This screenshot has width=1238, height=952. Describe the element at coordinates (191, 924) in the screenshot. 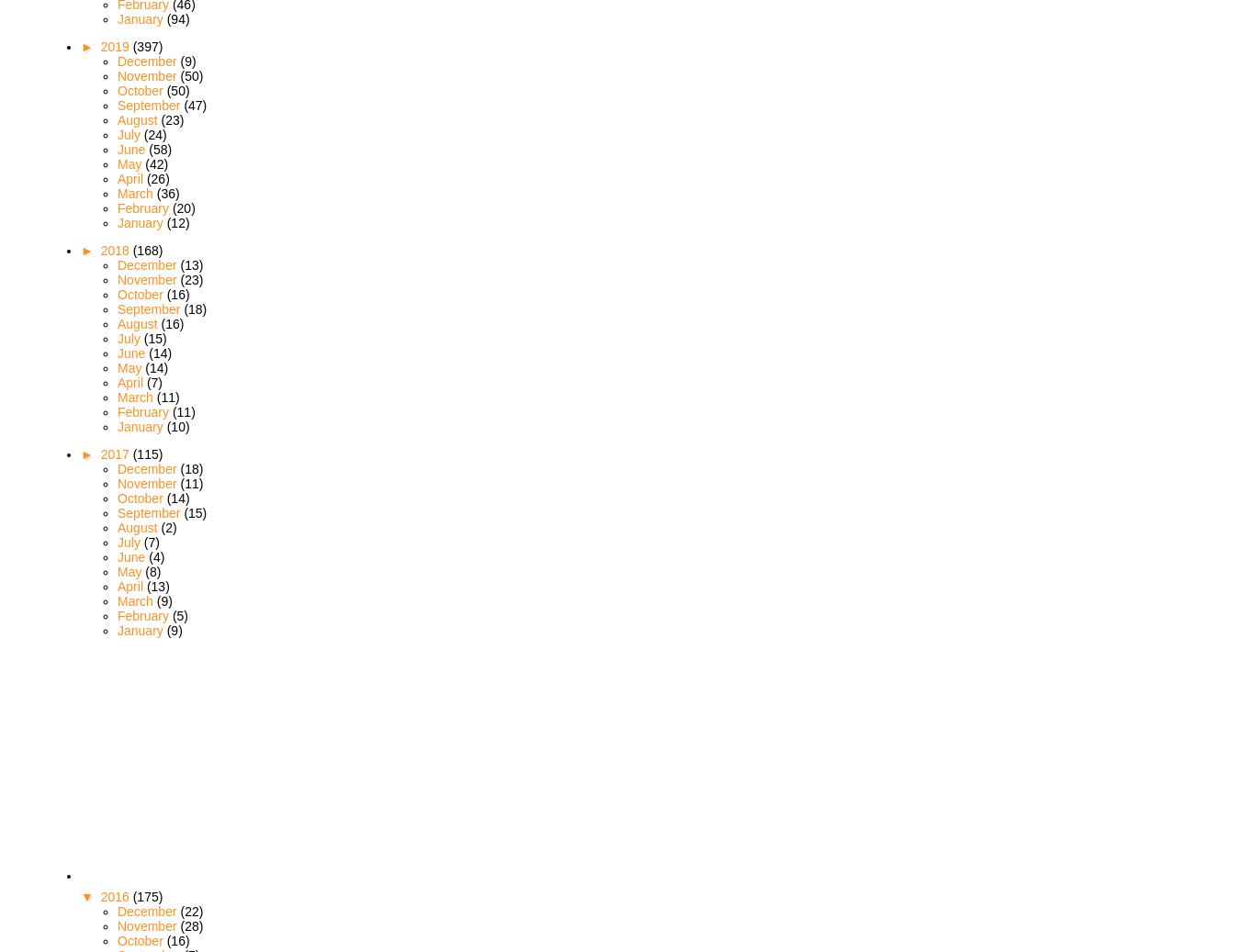

I see `'(28)'` at that location.